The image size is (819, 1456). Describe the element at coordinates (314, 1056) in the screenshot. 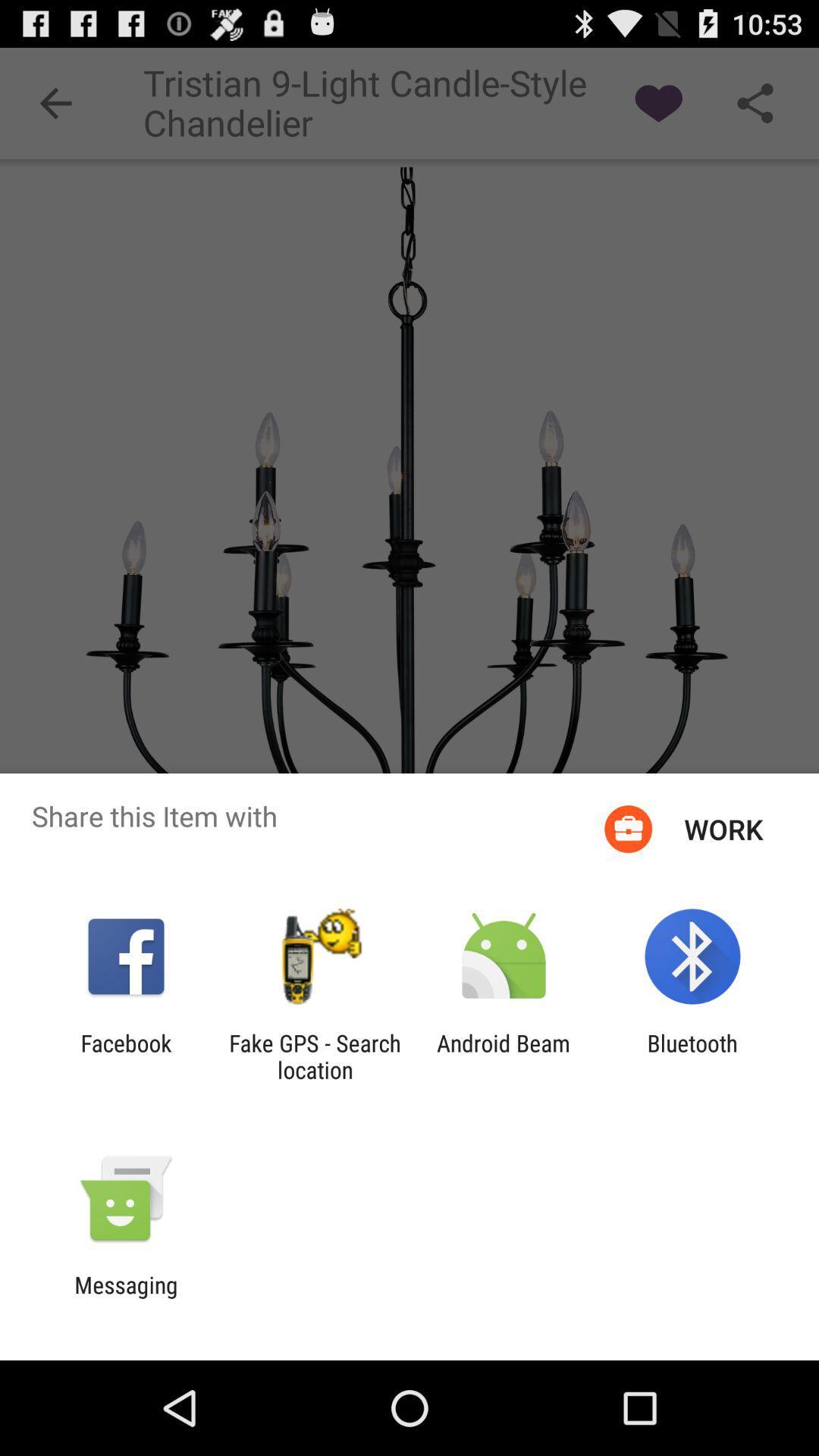

I see `fake gps search app` at that location.